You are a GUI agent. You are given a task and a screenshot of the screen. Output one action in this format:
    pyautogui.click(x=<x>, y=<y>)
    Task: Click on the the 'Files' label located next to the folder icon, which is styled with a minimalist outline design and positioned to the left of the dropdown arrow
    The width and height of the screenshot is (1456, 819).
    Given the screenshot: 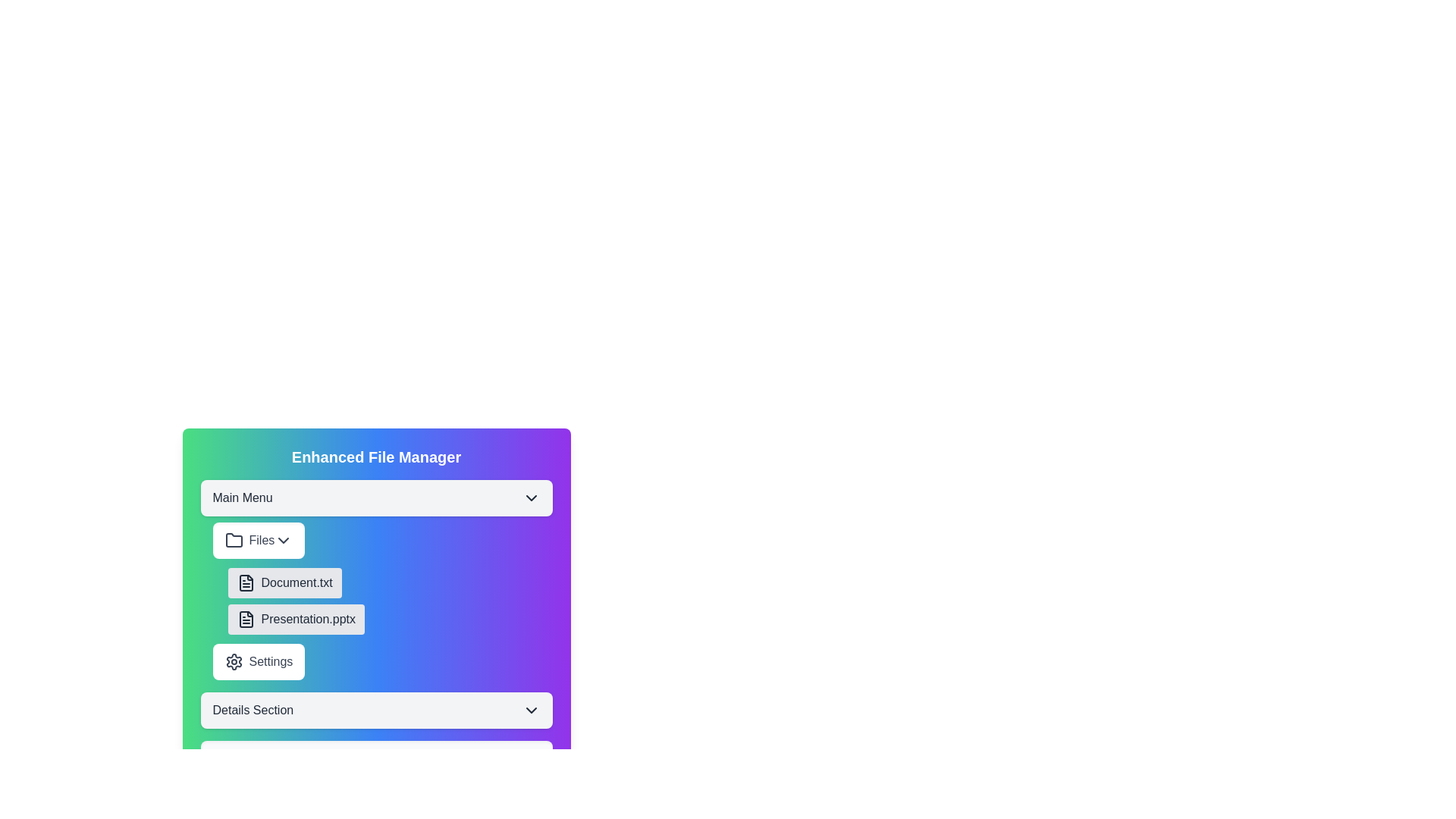 What is the action you would take?
    pyautogui.click(x=233, y=540)
    